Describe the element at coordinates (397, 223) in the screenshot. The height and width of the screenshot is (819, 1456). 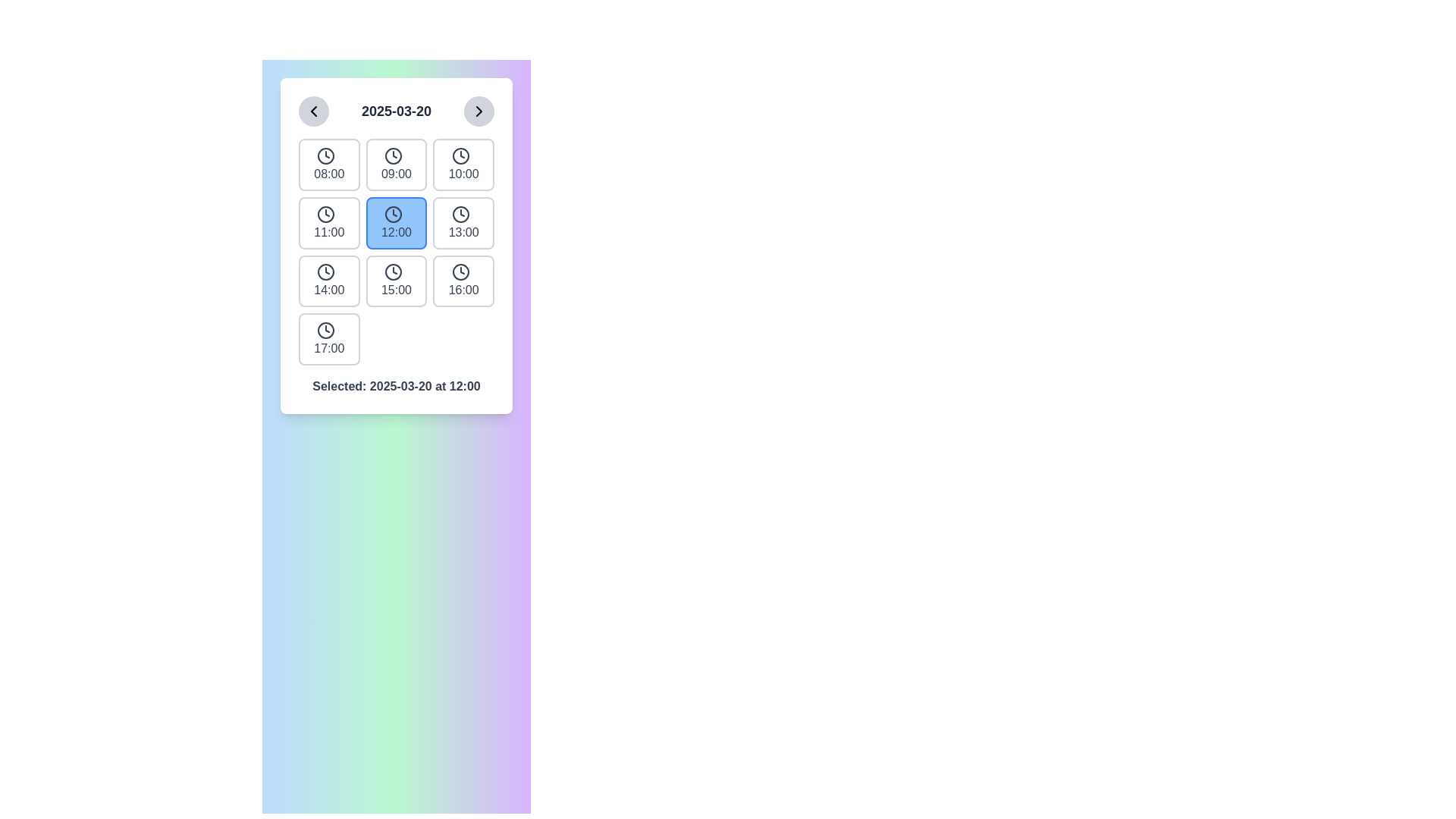
I see `the blue rectangular button with rounded corners labeled '12:00'` at that location.